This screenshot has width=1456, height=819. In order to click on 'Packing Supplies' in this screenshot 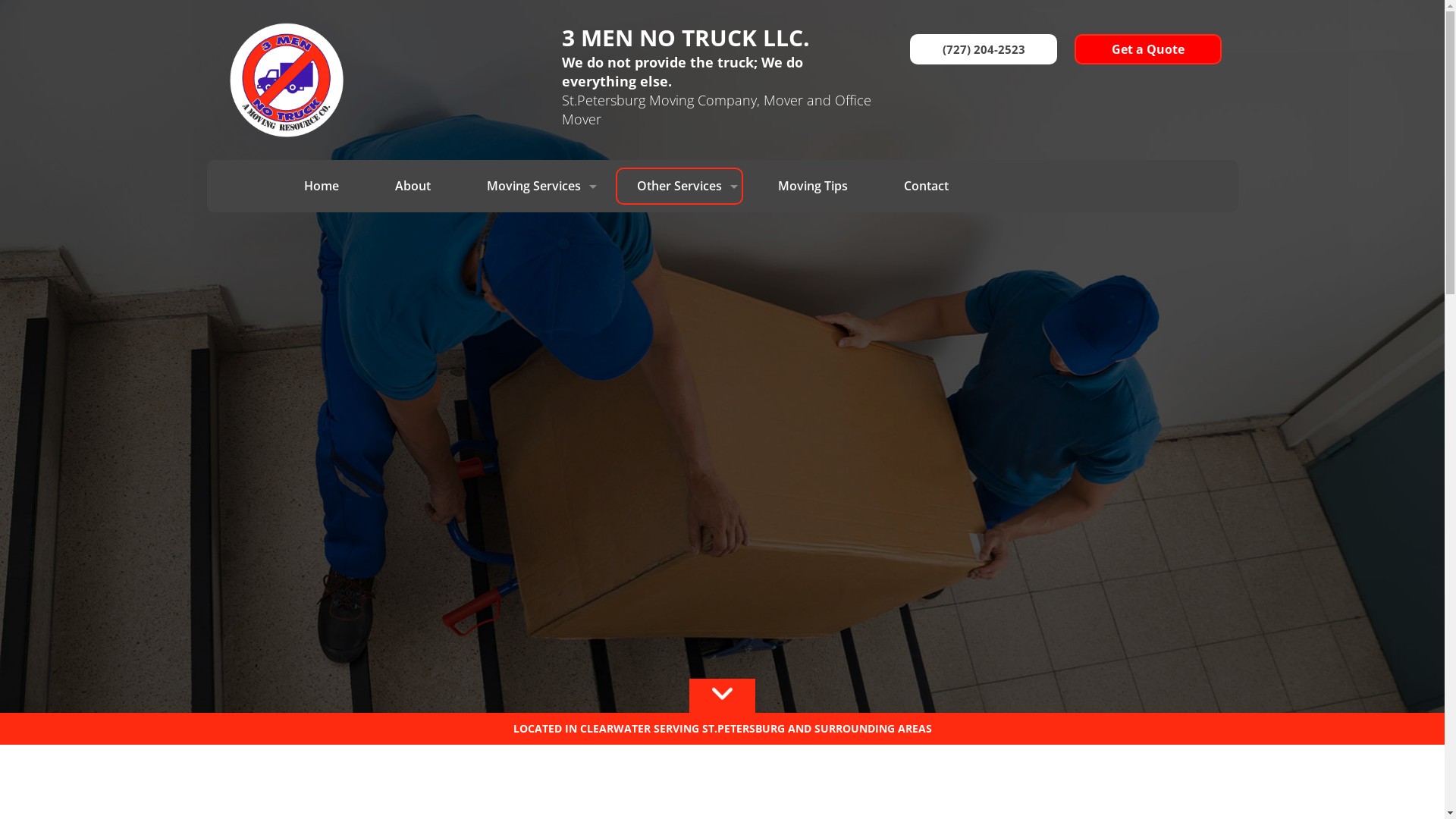, I will do `click(679, 297)`.